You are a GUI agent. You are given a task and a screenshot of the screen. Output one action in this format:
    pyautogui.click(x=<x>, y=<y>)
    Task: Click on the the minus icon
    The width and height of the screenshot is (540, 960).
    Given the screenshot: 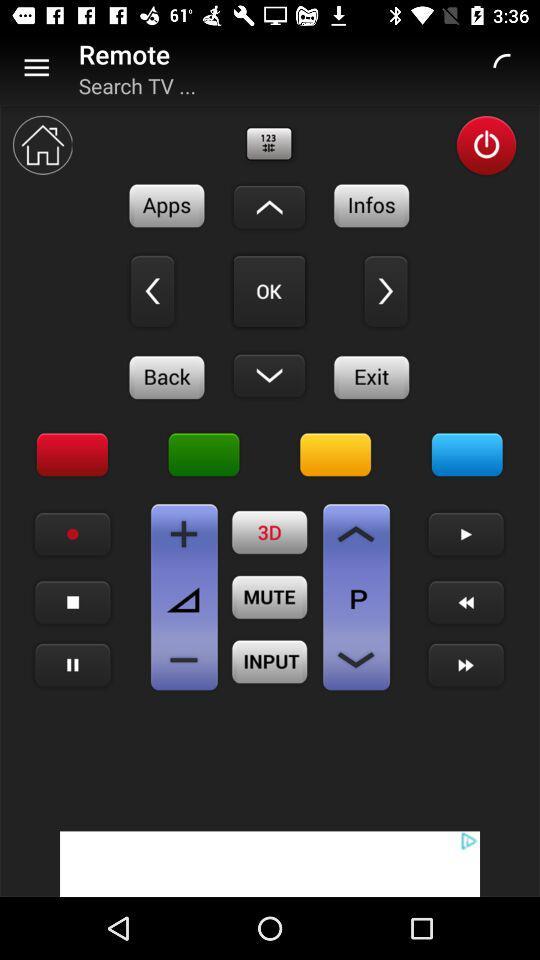 What is the action you would take?
    pyautogui.click(x=184, y=659)
    